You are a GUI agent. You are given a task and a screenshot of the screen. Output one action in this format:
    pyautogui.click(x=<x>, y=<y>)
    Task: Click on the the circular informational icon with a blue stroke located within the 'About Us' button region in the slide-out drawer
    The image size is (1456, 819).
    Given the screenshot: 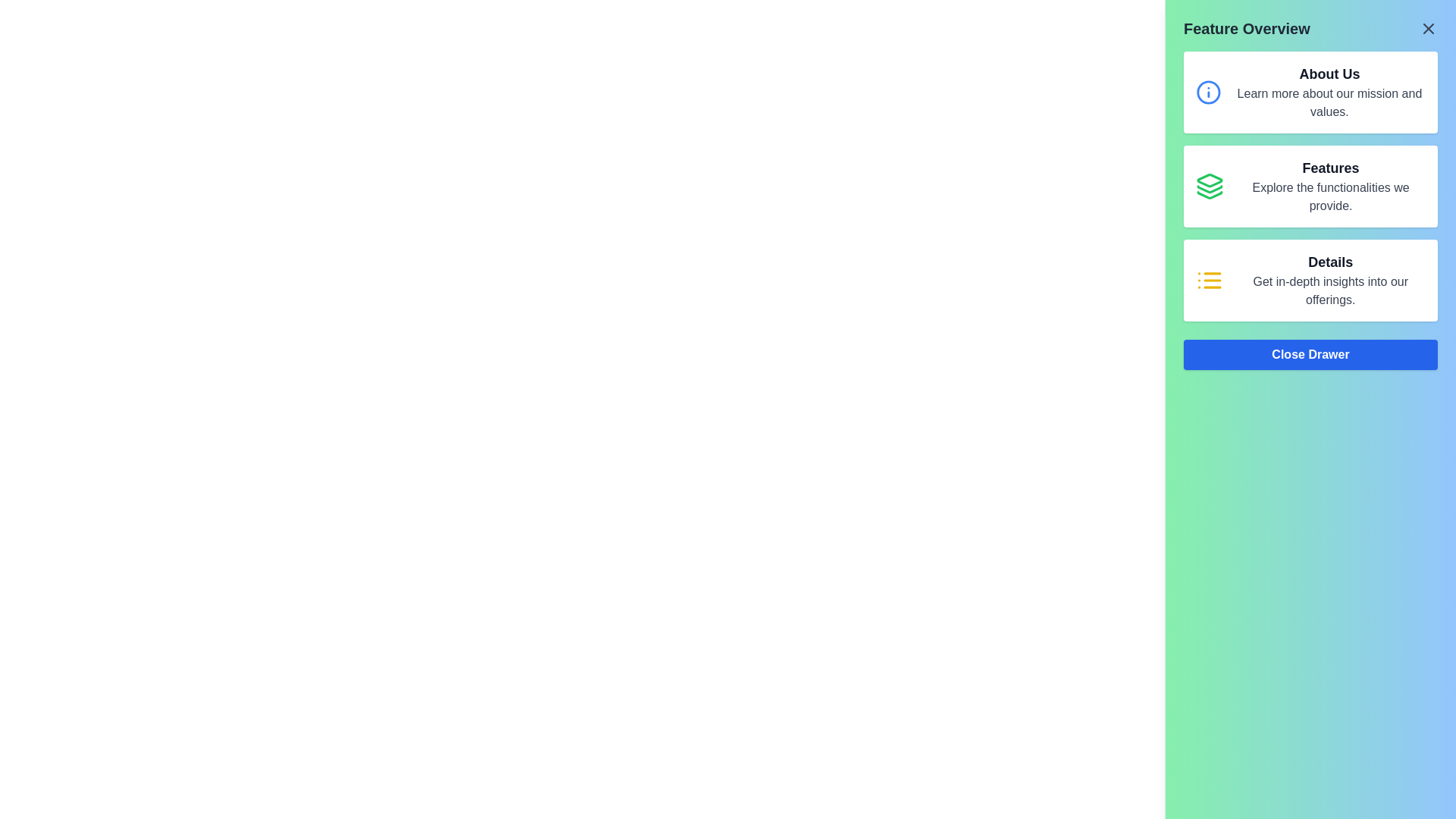 What is the action you would take?
    pyautogui.click(x=1207, y=93)
    